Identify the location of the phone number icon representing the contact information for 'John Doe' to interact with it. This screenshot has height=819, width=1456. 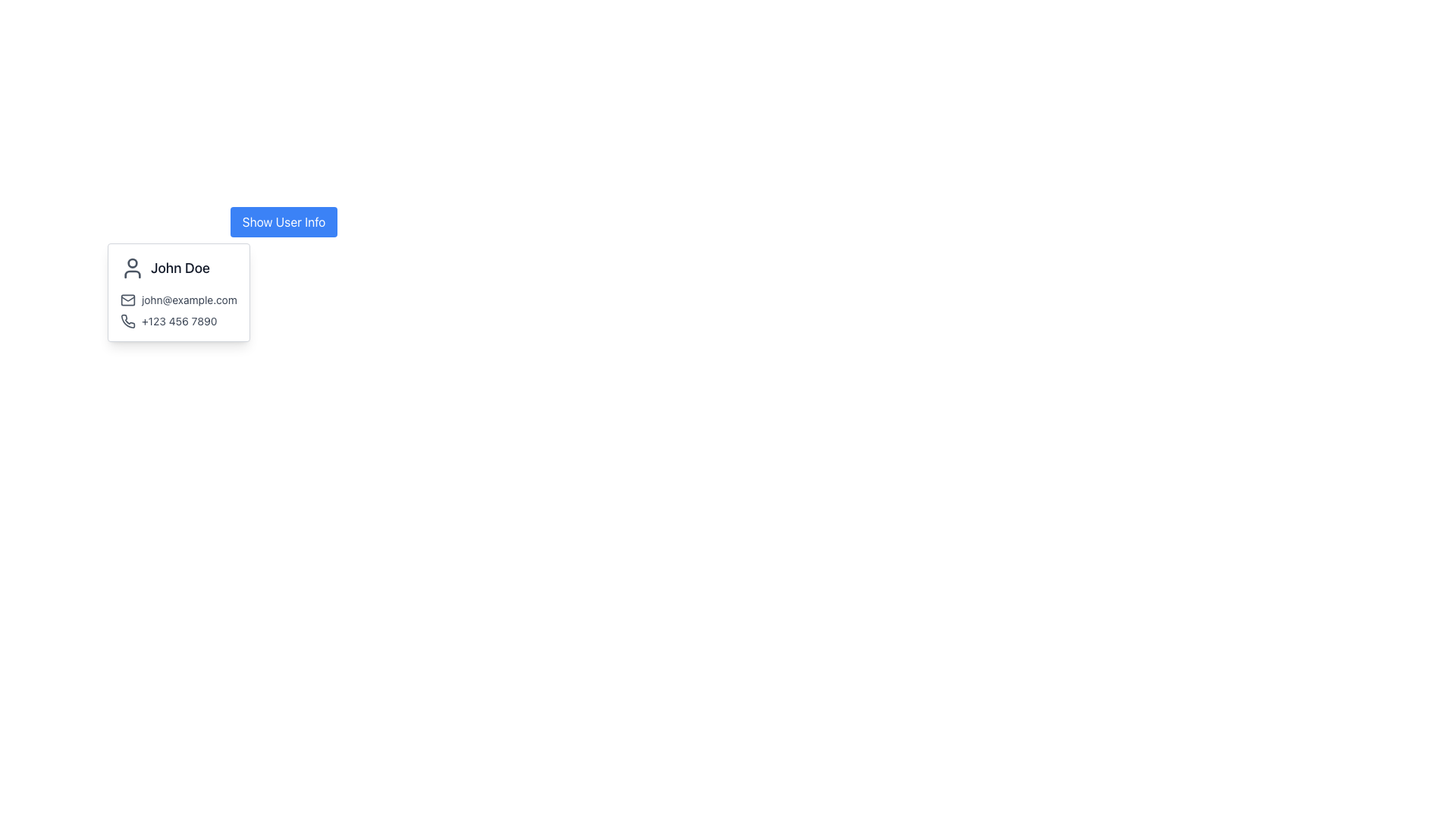
(127, 321).